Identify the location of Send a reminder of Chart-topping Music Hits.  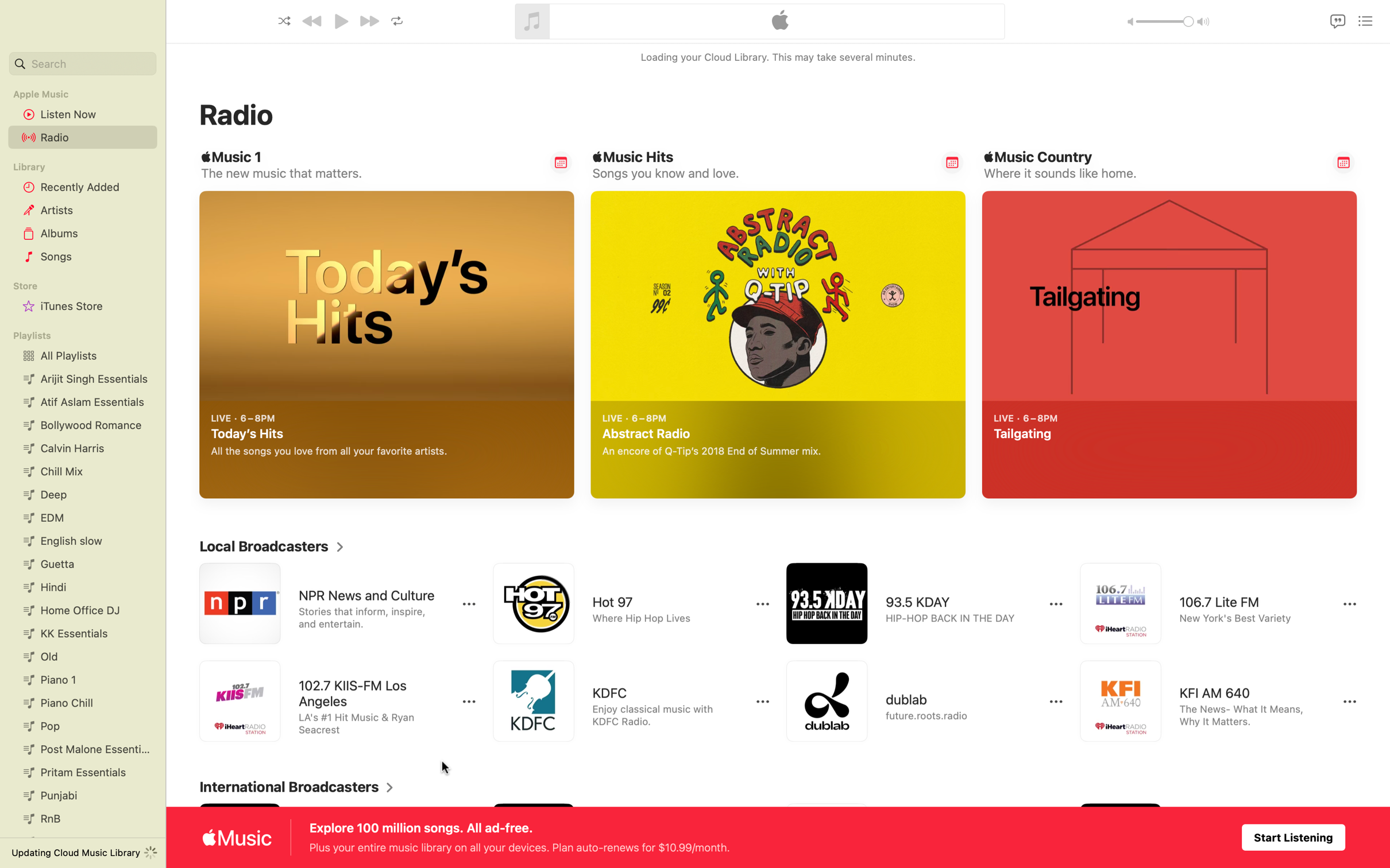
(951, 163).